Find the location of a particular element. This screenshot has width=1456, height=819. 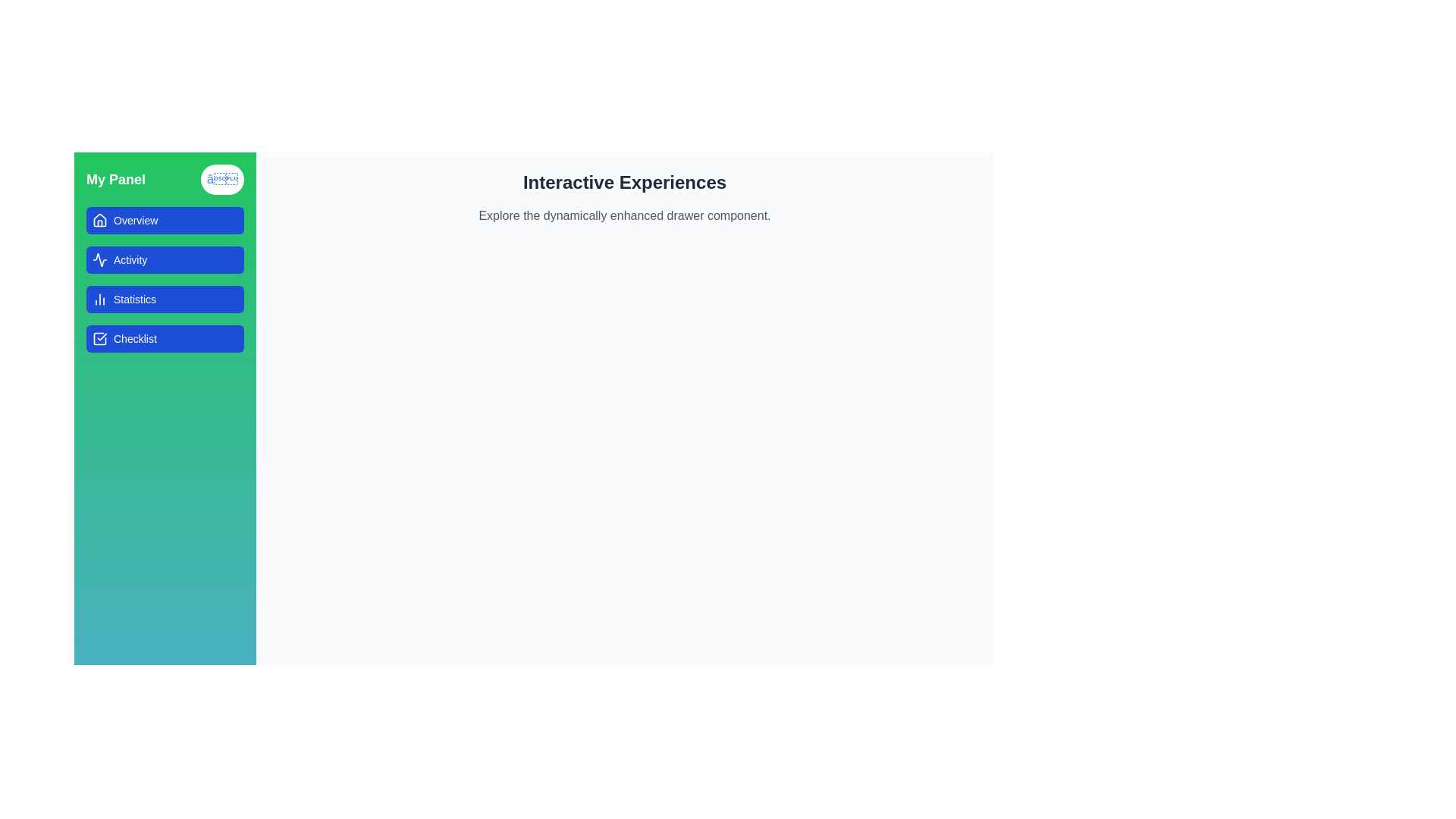

the 'Checklist' text label located in the vertical navigation menu on the left-hand side, positioned to the right of the square checkbox icon is located at coordinates (135, 338).